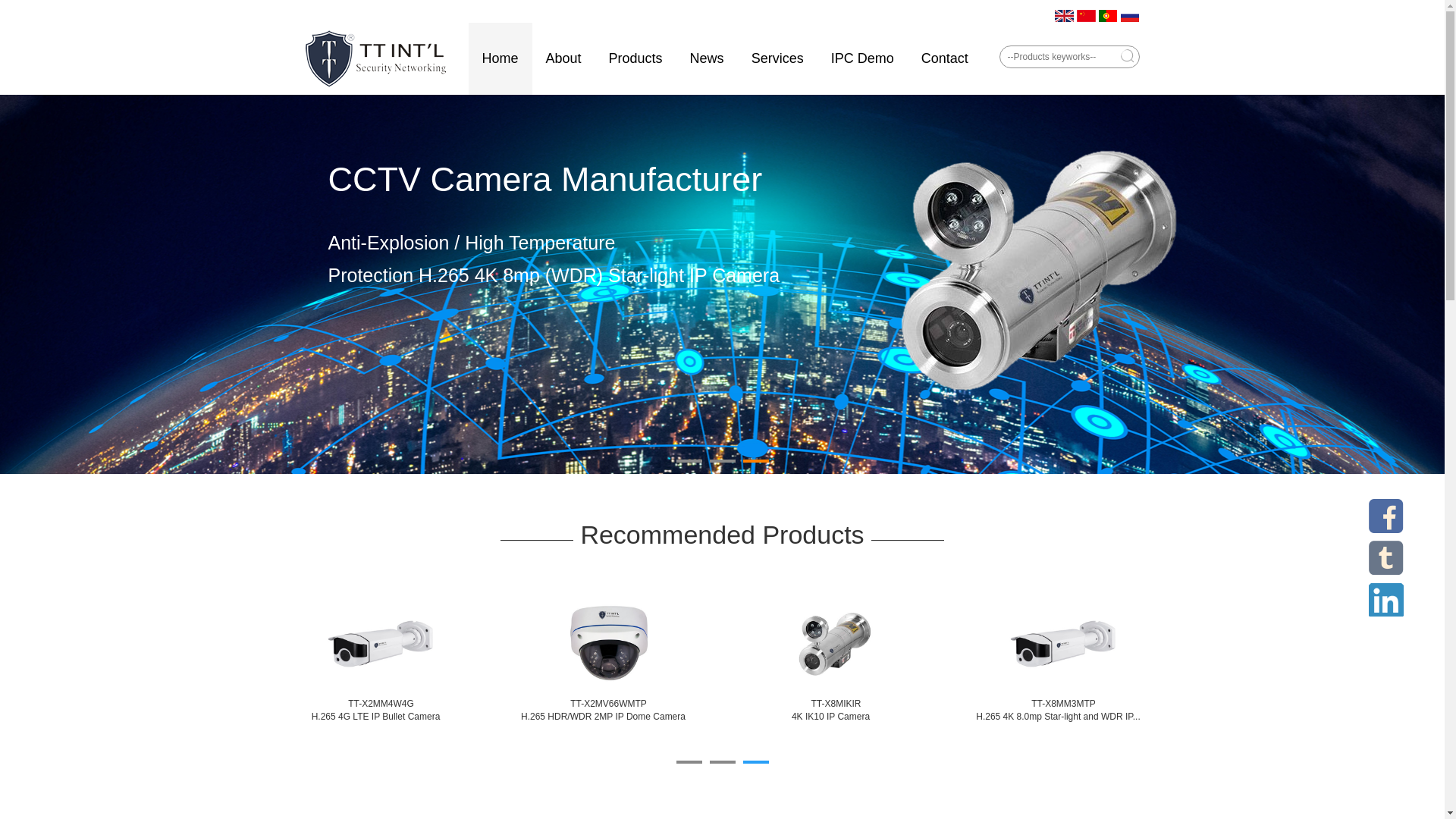 This screenshot has width=1456, height=819. What do you see at coordinates (563, 58) in the screenshot?
I see `'About'` at bounding box center [563, 58].